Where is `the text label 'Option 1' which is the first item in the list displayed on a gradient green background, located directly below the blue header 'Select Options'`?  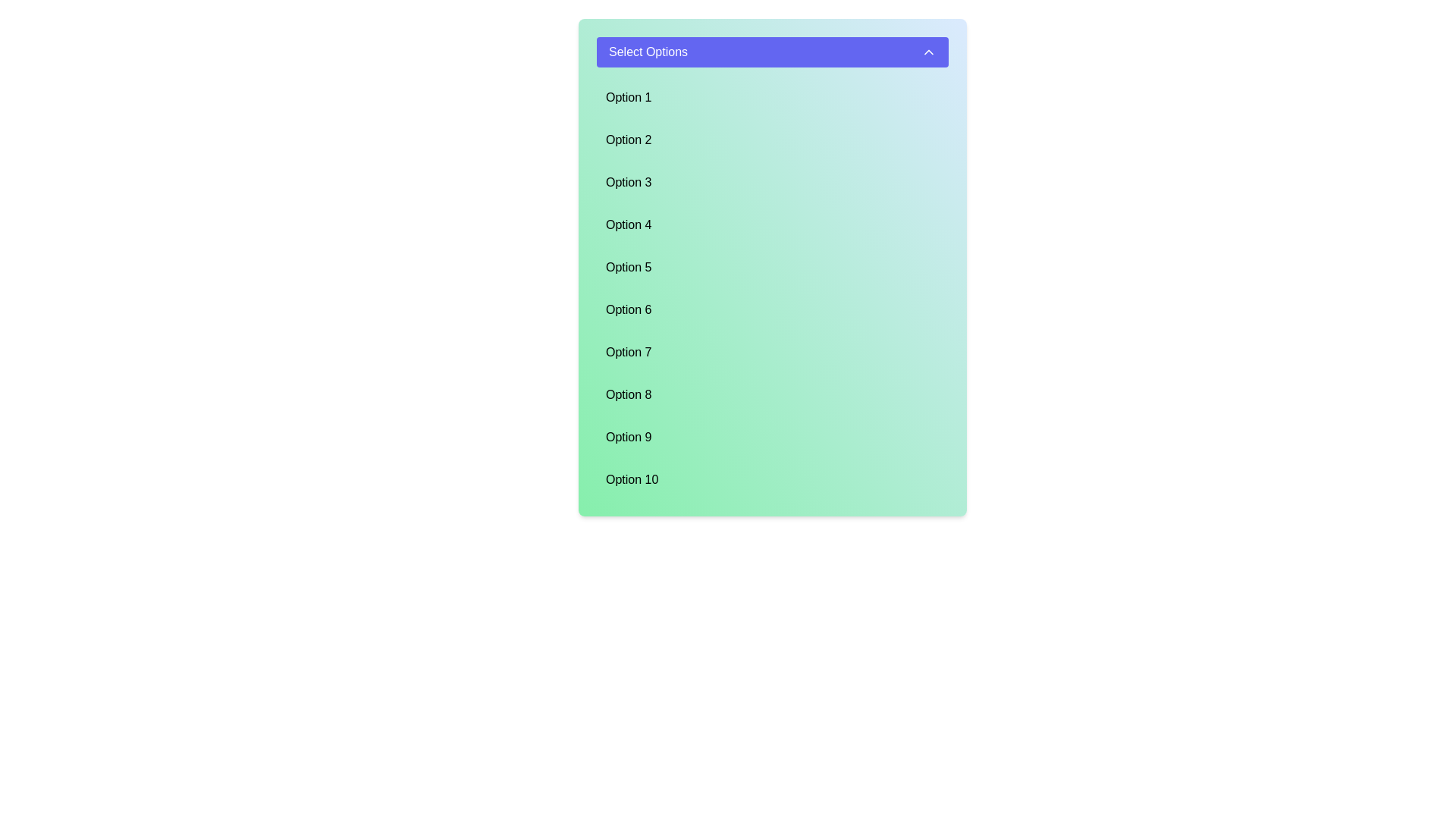 the text label 'Option 1' which is the first item in the list displayed on a gradient green background, located directly below the blue header 'Select Options' is located at coordinates (629, 97).